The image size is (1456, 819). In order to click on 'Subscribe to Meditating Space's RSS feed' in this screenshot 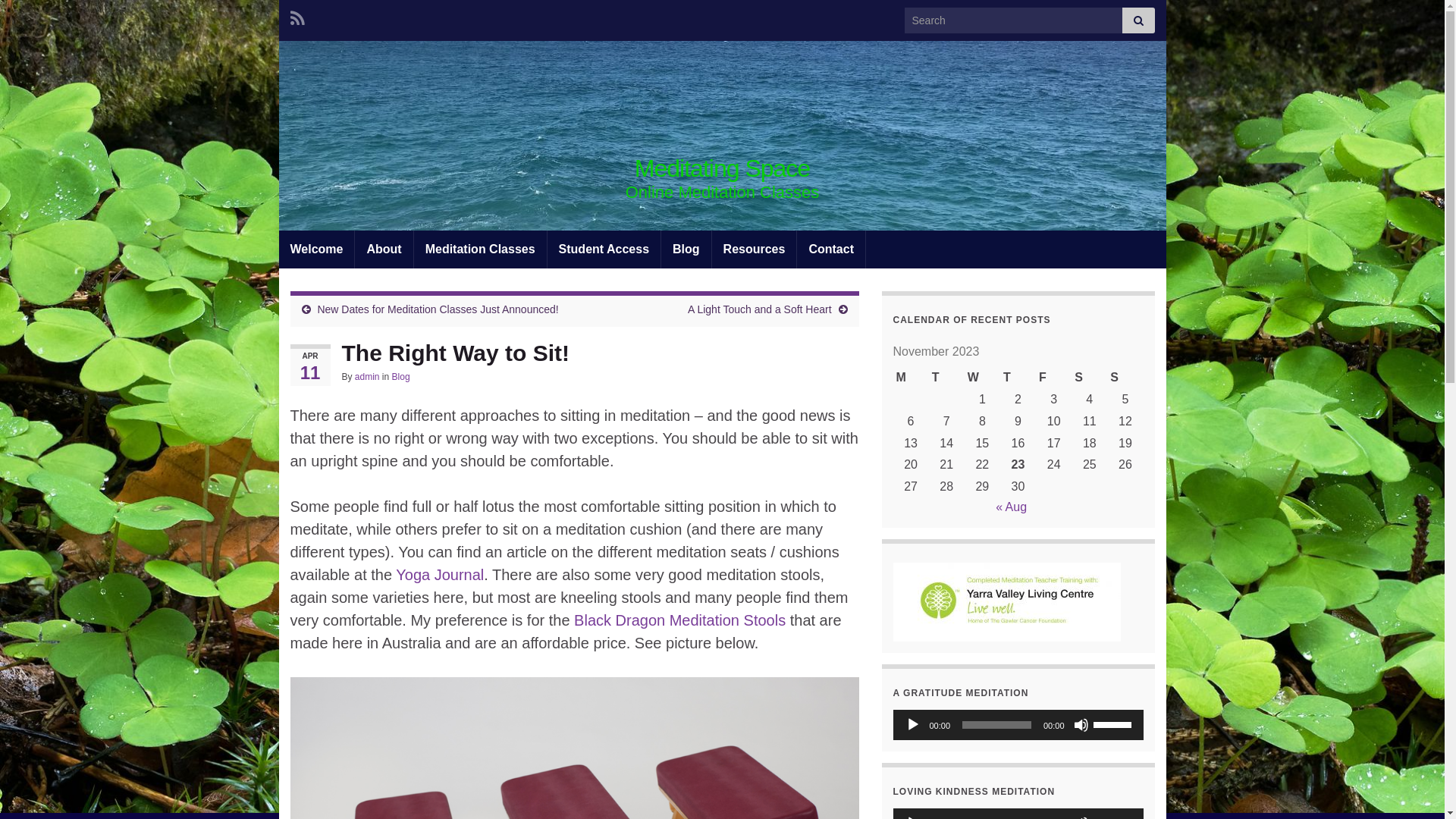, I will do `click(290, 16)`.